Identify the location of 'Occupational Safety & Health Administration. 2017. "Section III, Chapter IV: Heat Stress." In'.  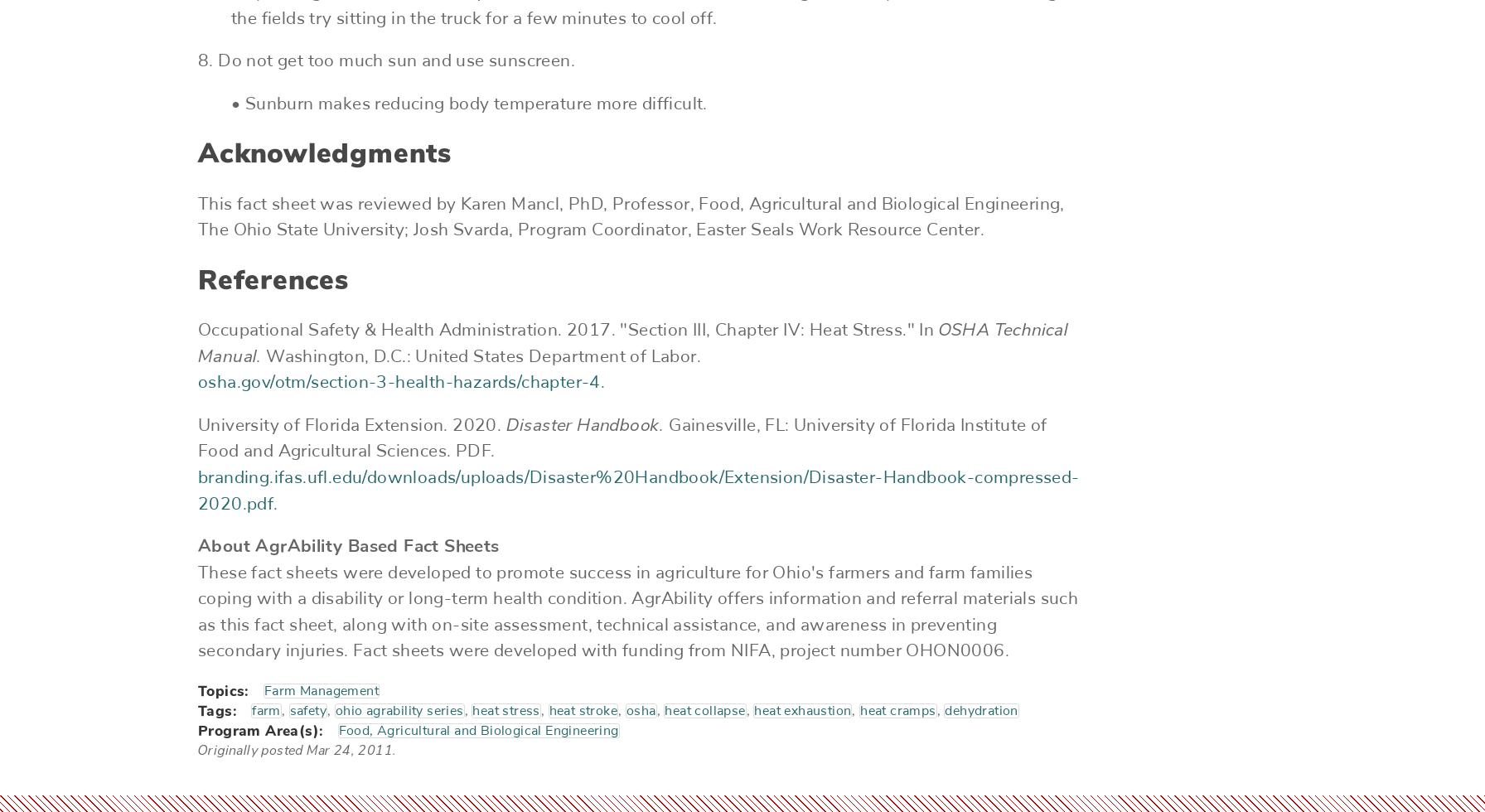
(568, 330).